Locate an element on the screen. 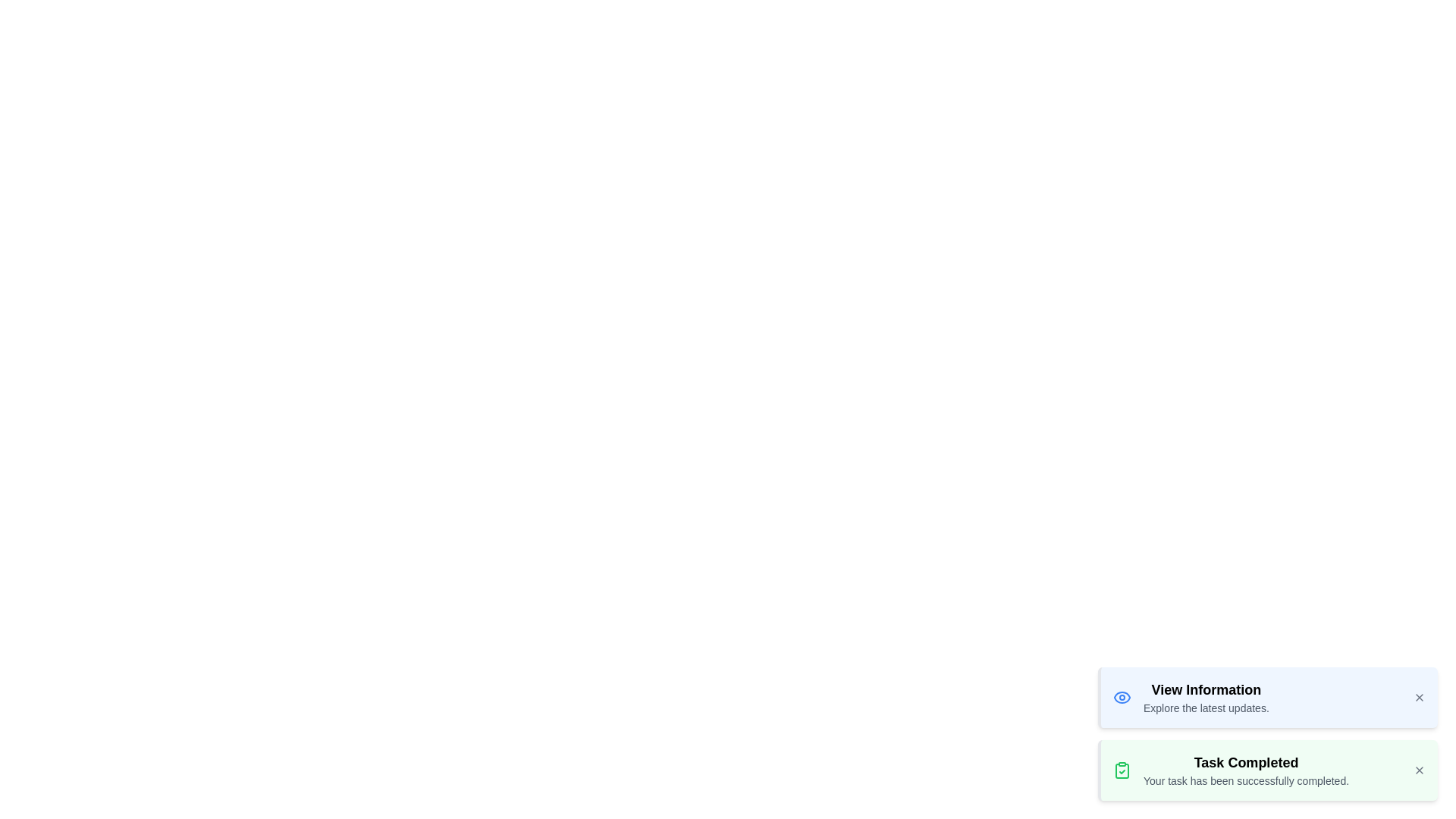 This screenshot has width=1456, height=819. the notification icon to visually interact with it is located at coordinates (1122, 698).